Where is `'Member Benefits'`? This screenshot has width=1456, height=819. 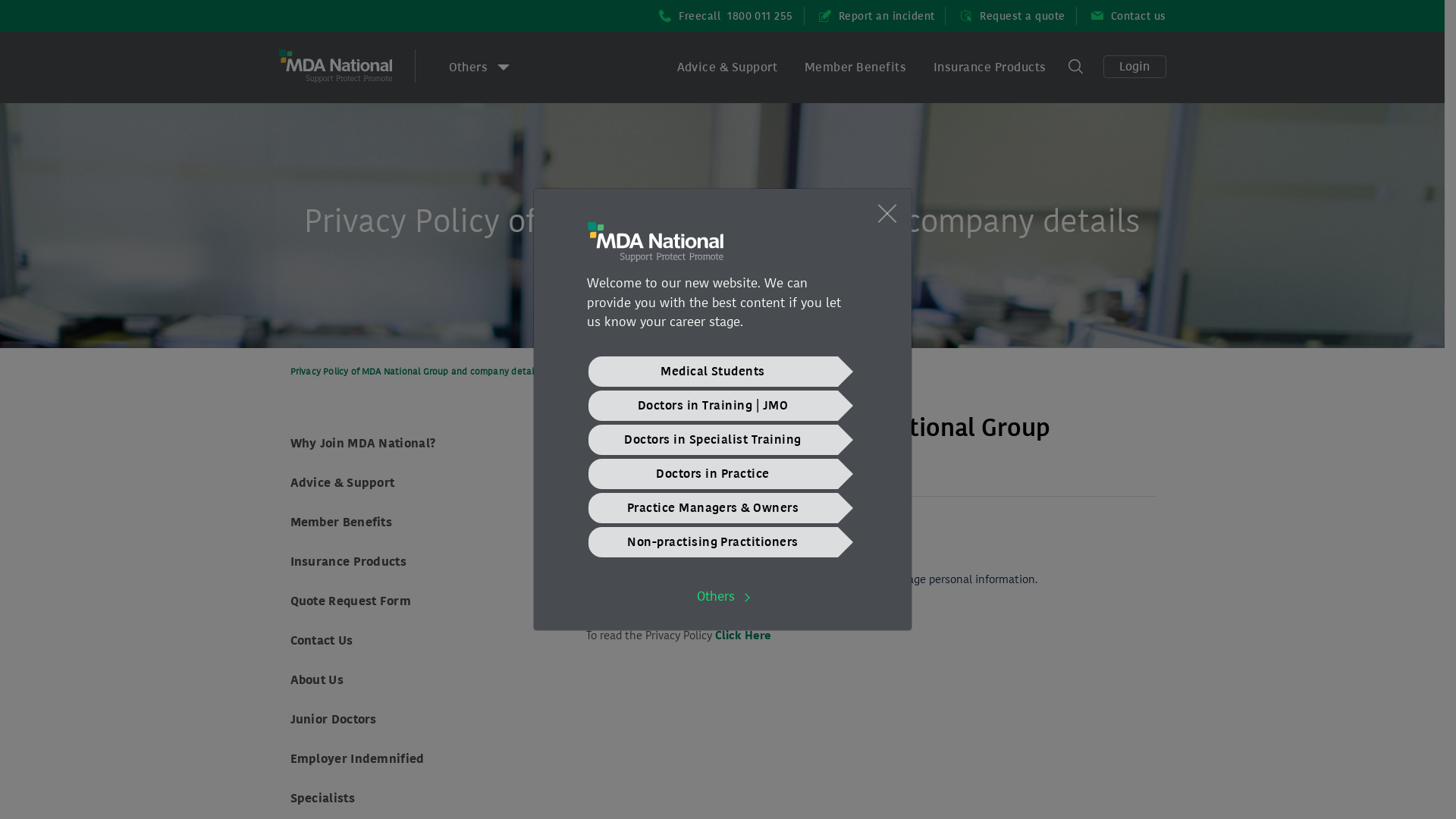 'Member Benefits' is located at coordinates (855, 66).